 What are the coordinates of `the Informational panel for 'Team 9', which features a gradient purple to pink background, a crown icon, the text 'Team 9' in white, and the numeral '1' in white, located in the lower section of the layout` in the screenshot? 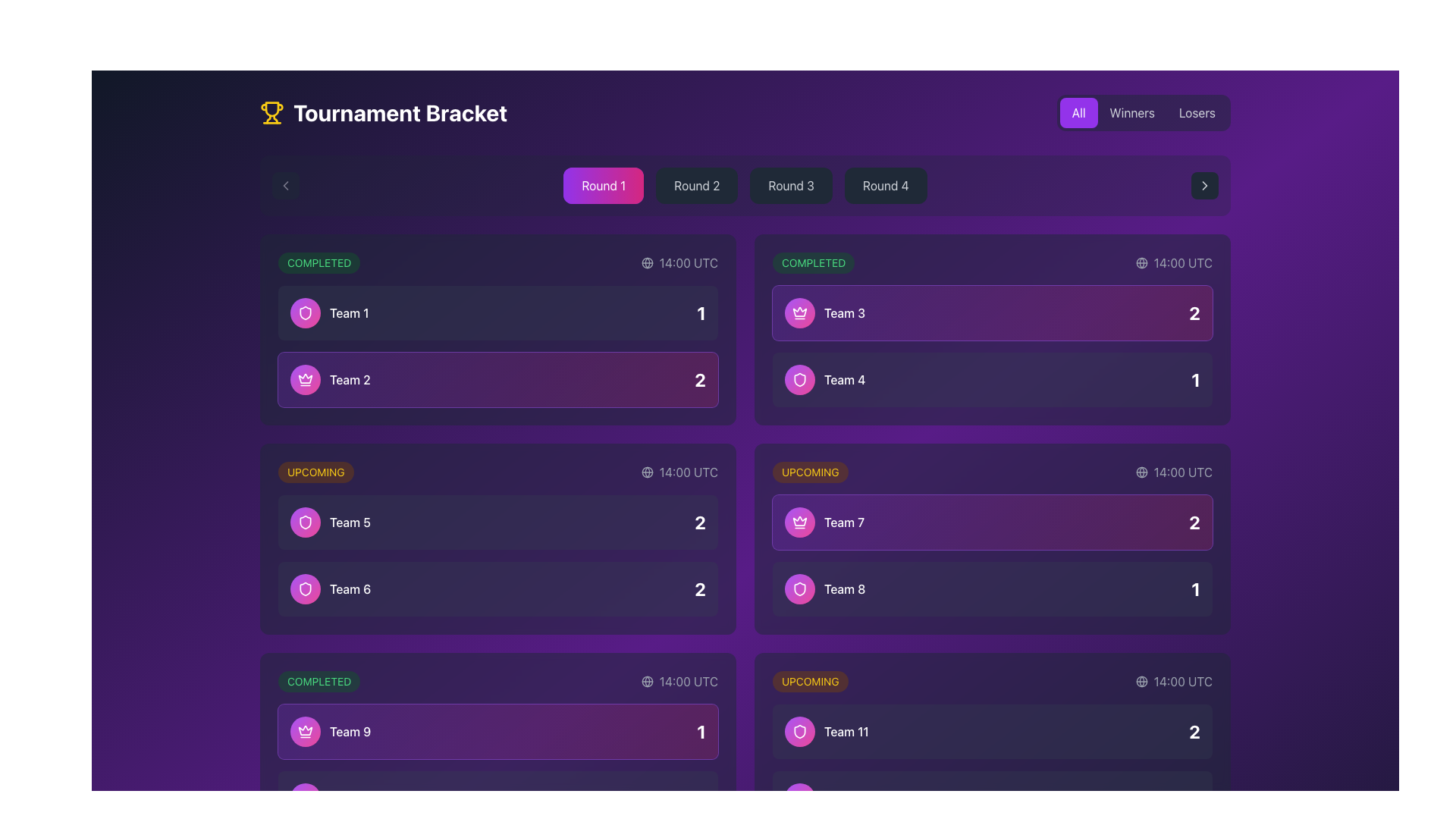 It's located at (498, 730).